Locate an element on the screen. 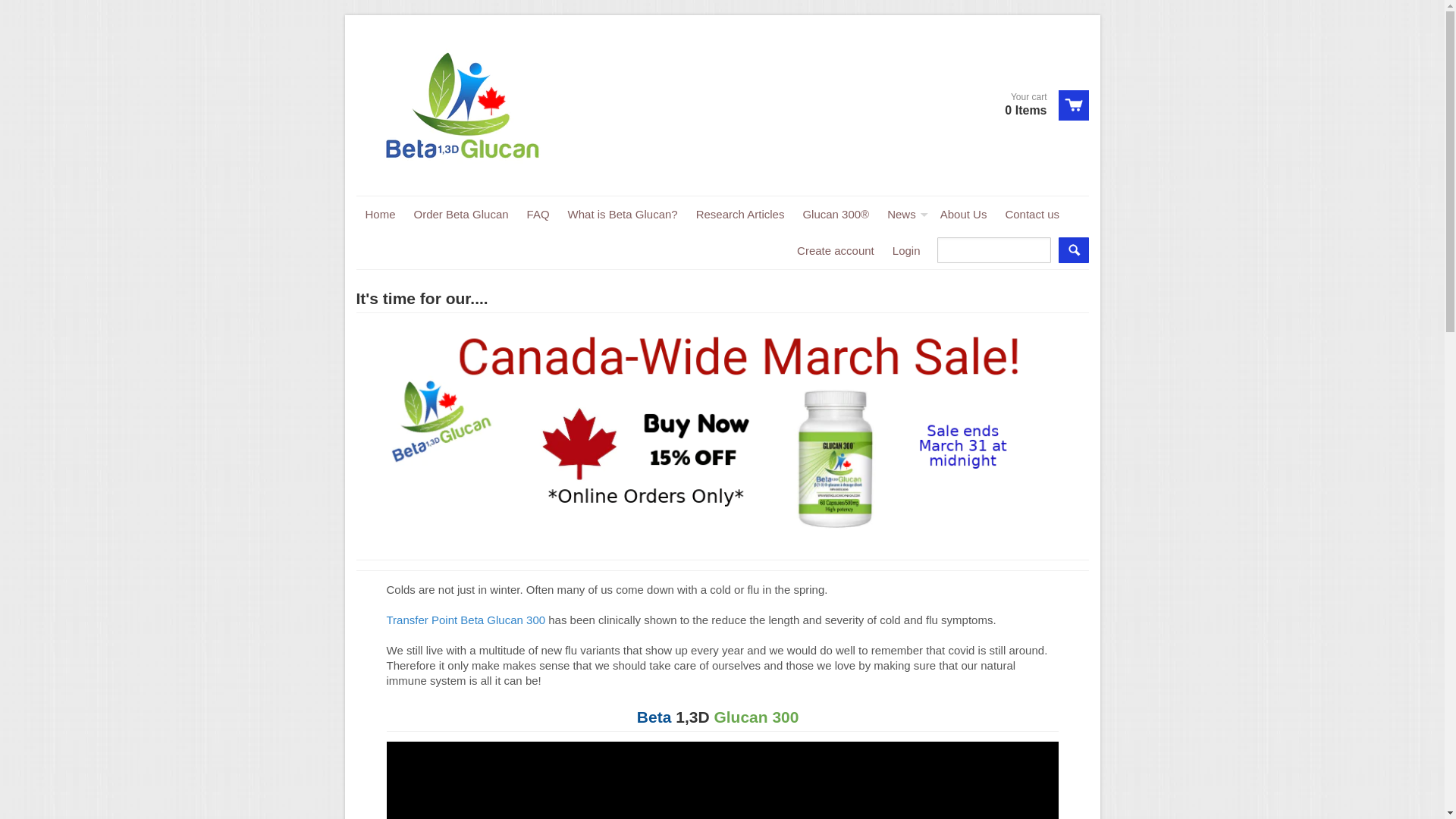 The image size is (1456, 819). 'View cart is located at coordinates (1040, 104).